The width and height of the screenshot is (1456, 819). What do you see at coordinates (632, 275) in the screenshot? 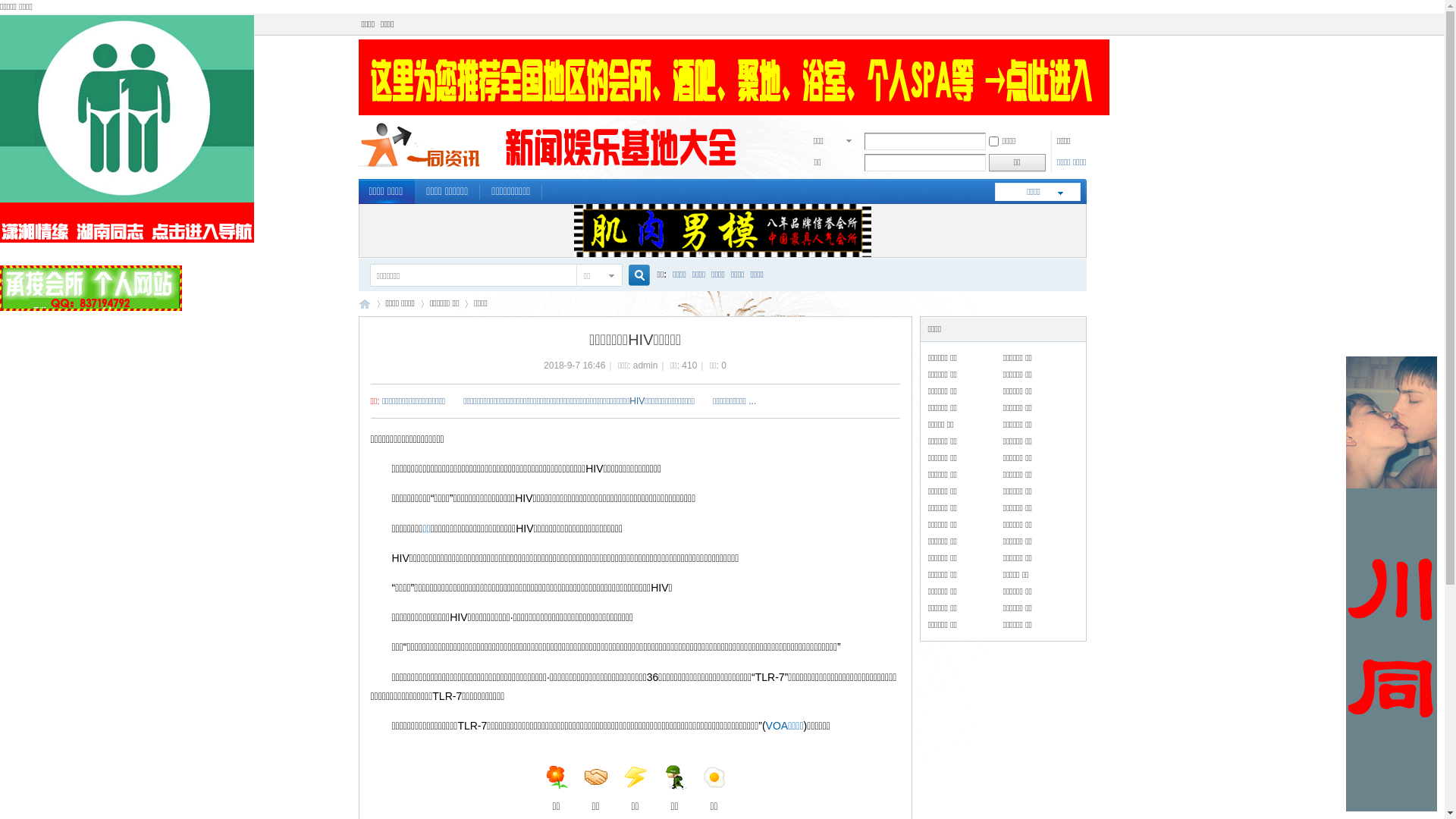
I see `'true'` at bounding box center [632, 275].